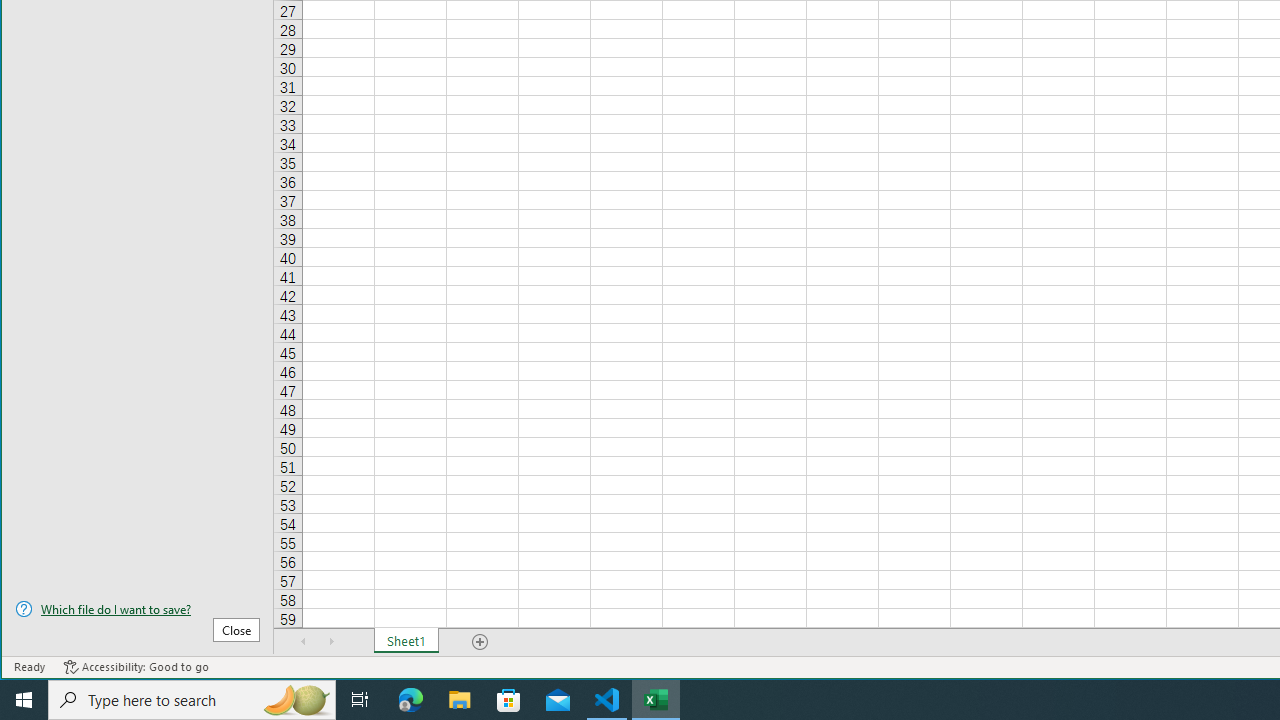  I want to click on 'Scroll Left', so click(303, 641).